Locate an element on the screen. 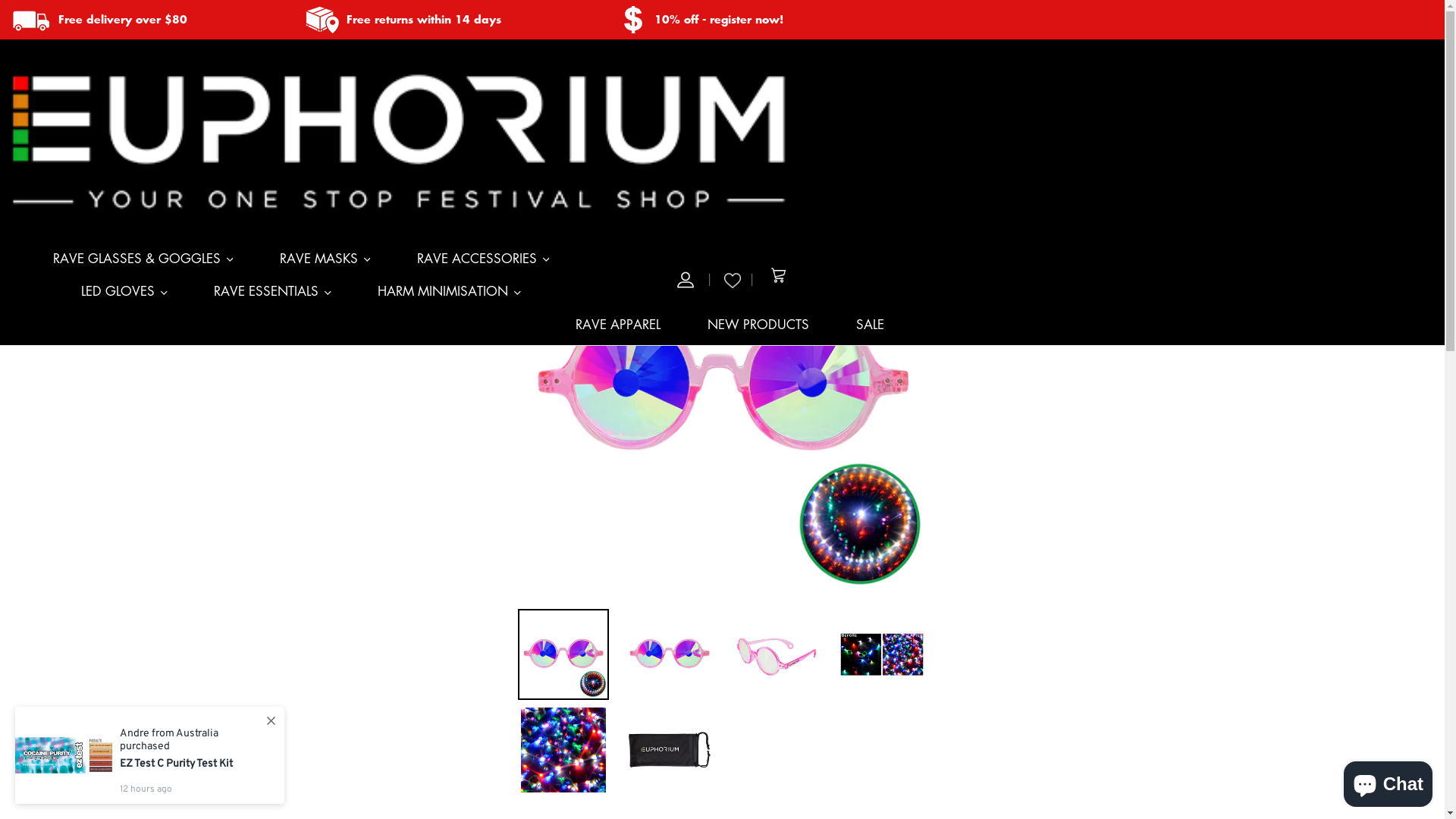  '10% off - register now!' is located at coordinates (654, 19).